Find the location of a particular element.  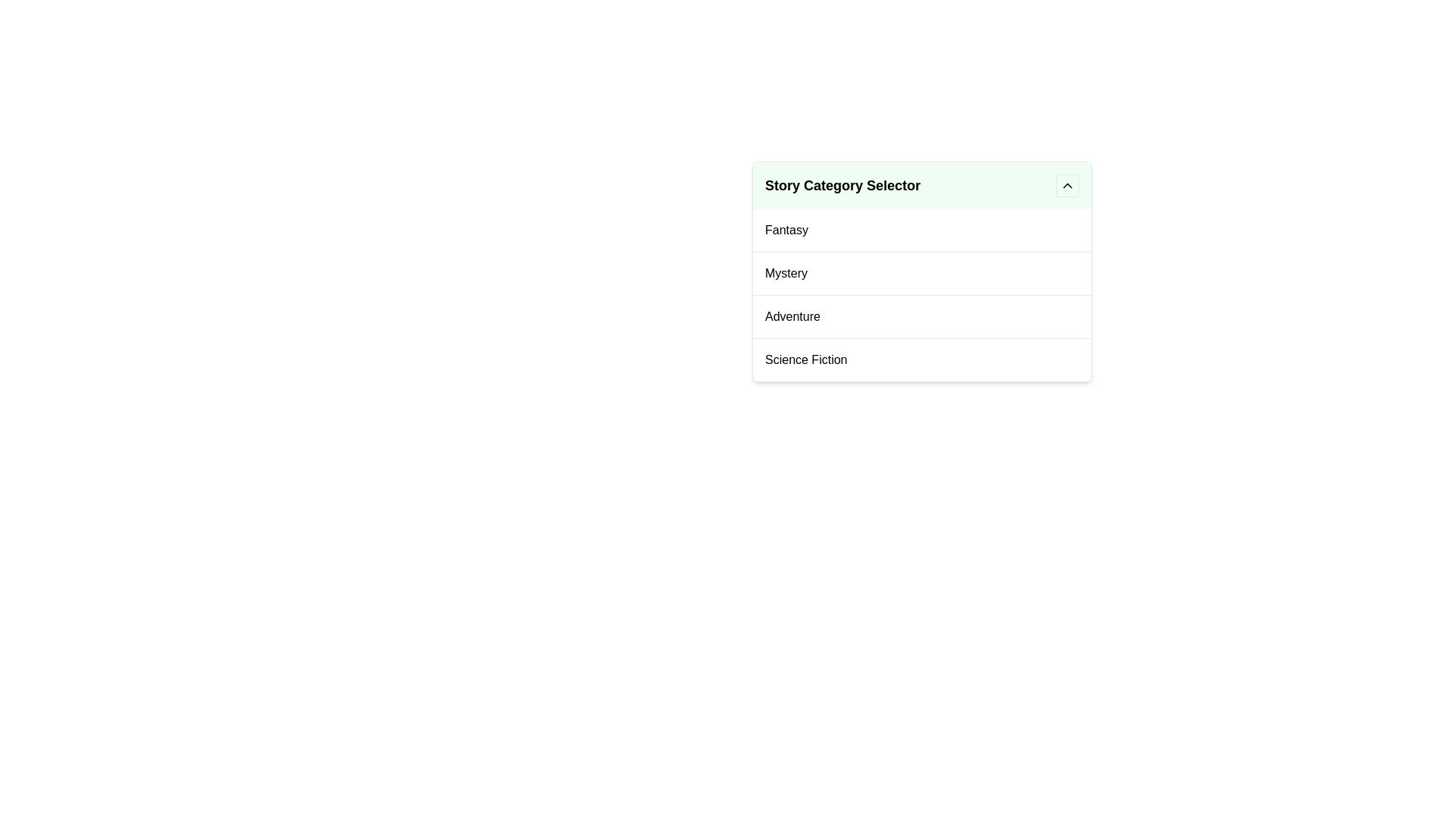

the 'Science Fiction' category option in the 'Story Category Selector' dropdown is located at coordinates (921, 359).